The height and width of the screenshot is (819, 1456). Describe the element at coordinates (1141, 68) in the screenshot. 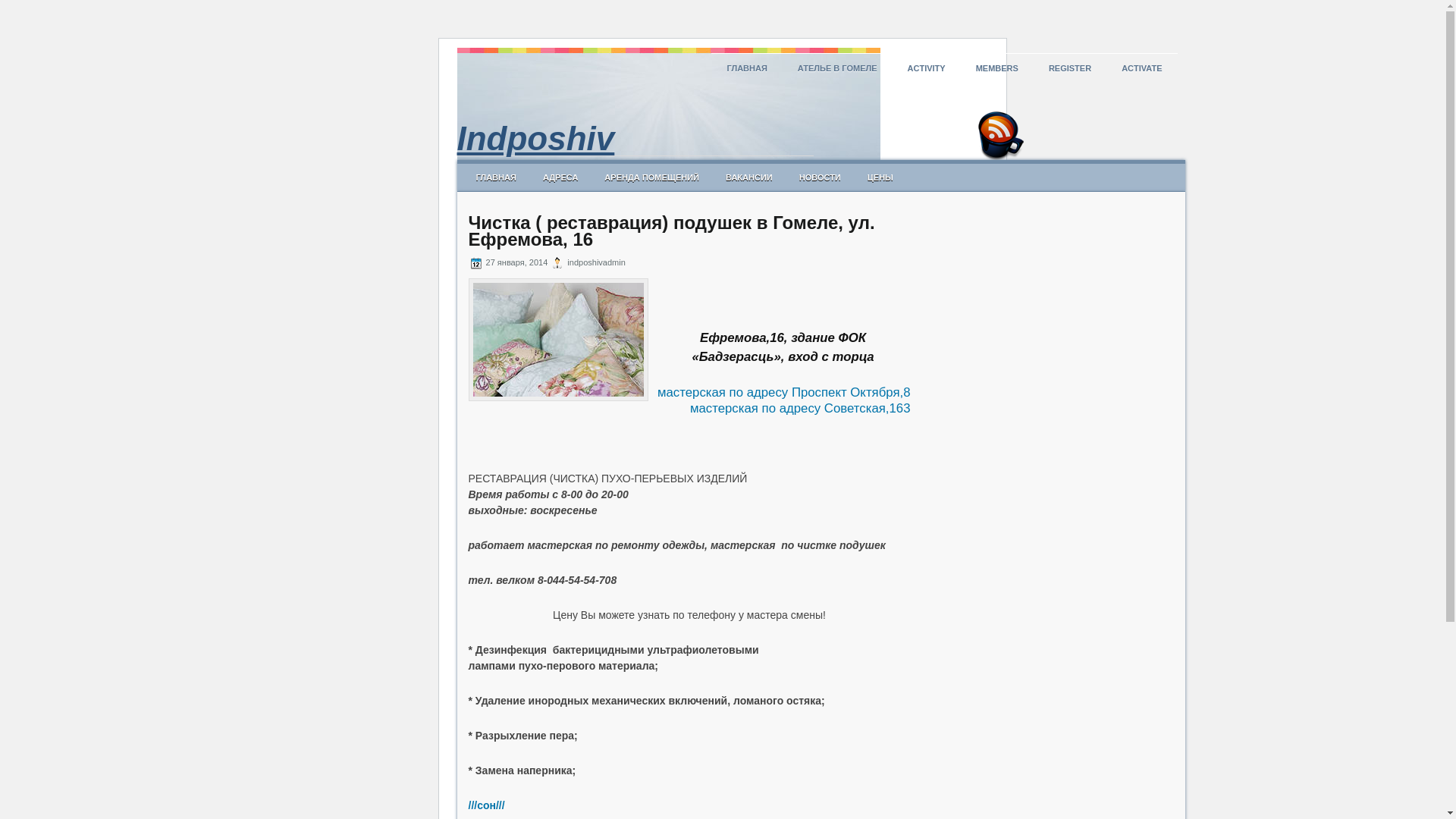

I see `'ACTIVATE'` at that location.